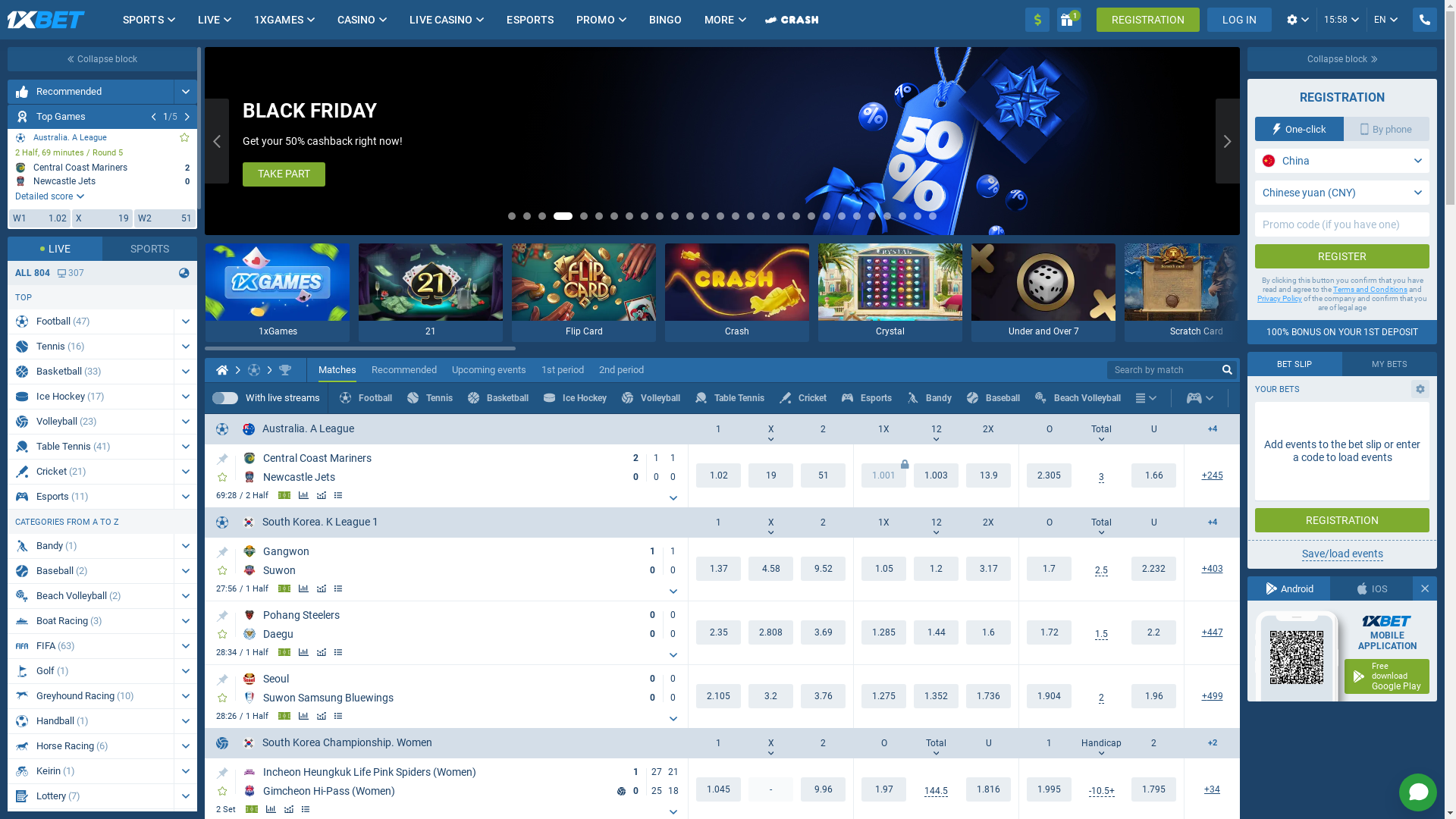 Image resolution: width=1456 pixels, height=819 pixels. I want to click on 'REGISTRATION', so click(1096, 20).